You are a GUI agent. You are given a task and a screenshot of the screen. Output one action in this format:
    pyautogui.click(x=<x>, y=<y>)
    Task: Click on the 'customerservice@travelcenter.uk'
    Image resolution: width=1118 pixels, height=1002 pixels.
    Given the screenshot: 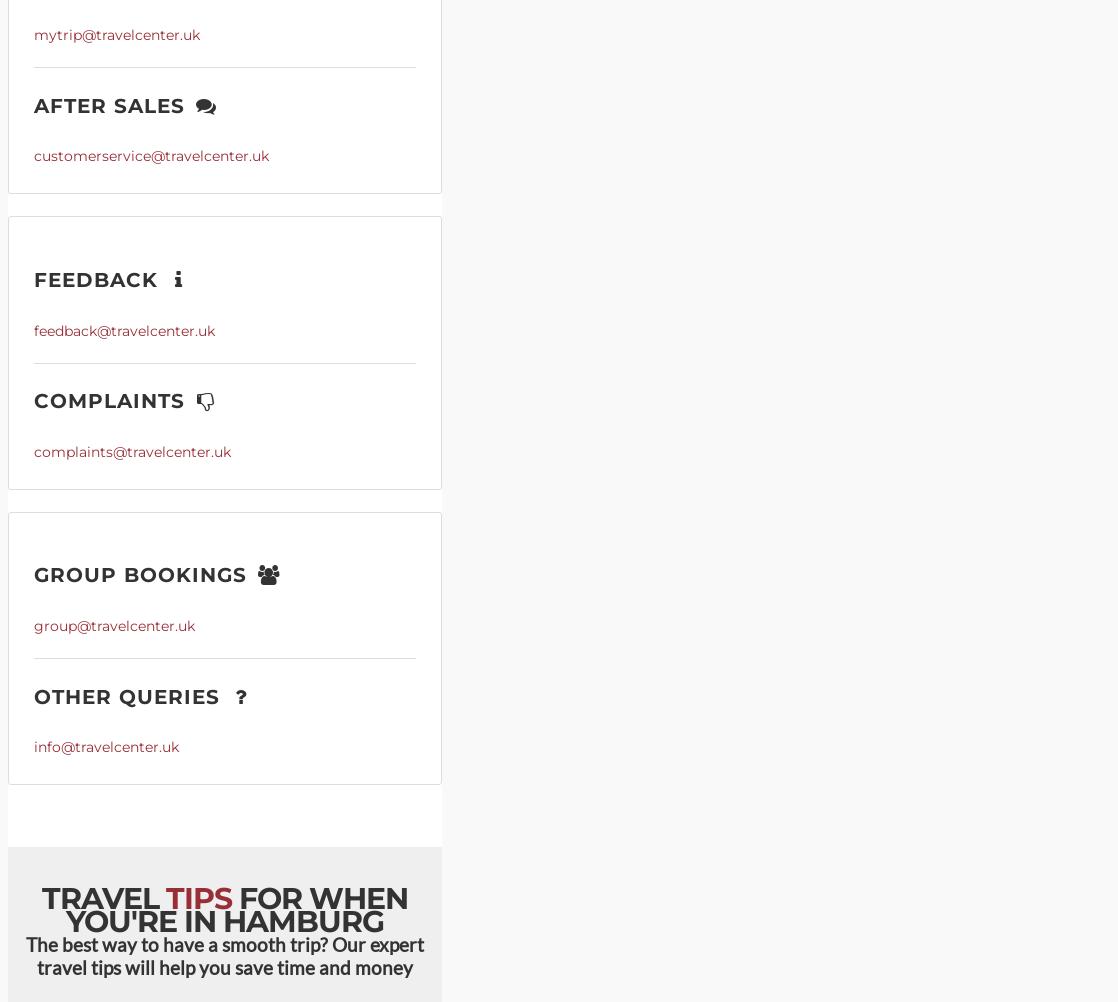 What is the action you would take?
    pyautogui.click(x=151, y=155)
    